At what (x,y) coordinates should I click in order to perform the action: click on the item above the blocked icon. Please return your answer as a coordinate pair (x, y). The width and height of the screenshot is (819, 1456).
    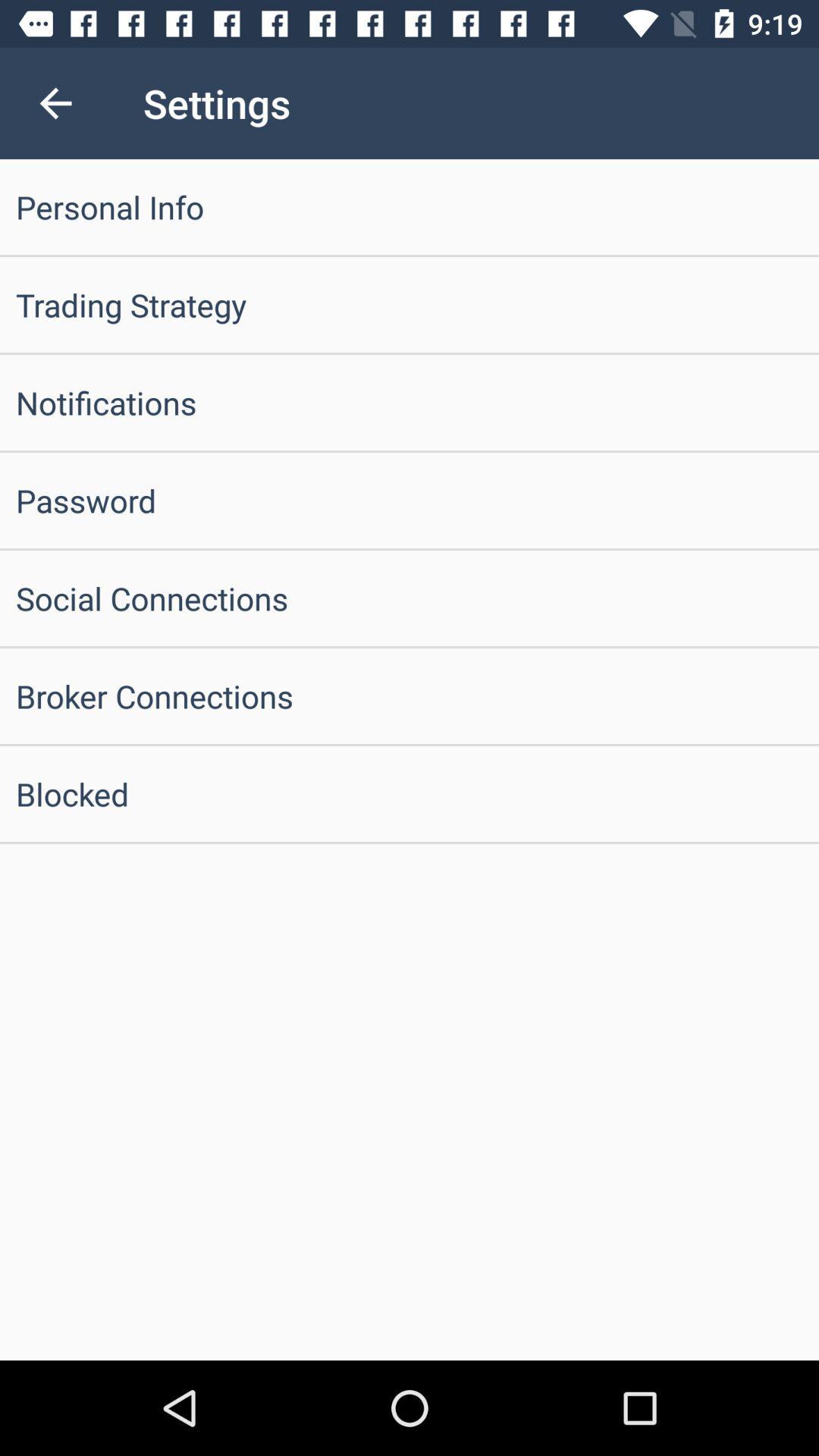
    Looking at the image, I should click on (409, 695).